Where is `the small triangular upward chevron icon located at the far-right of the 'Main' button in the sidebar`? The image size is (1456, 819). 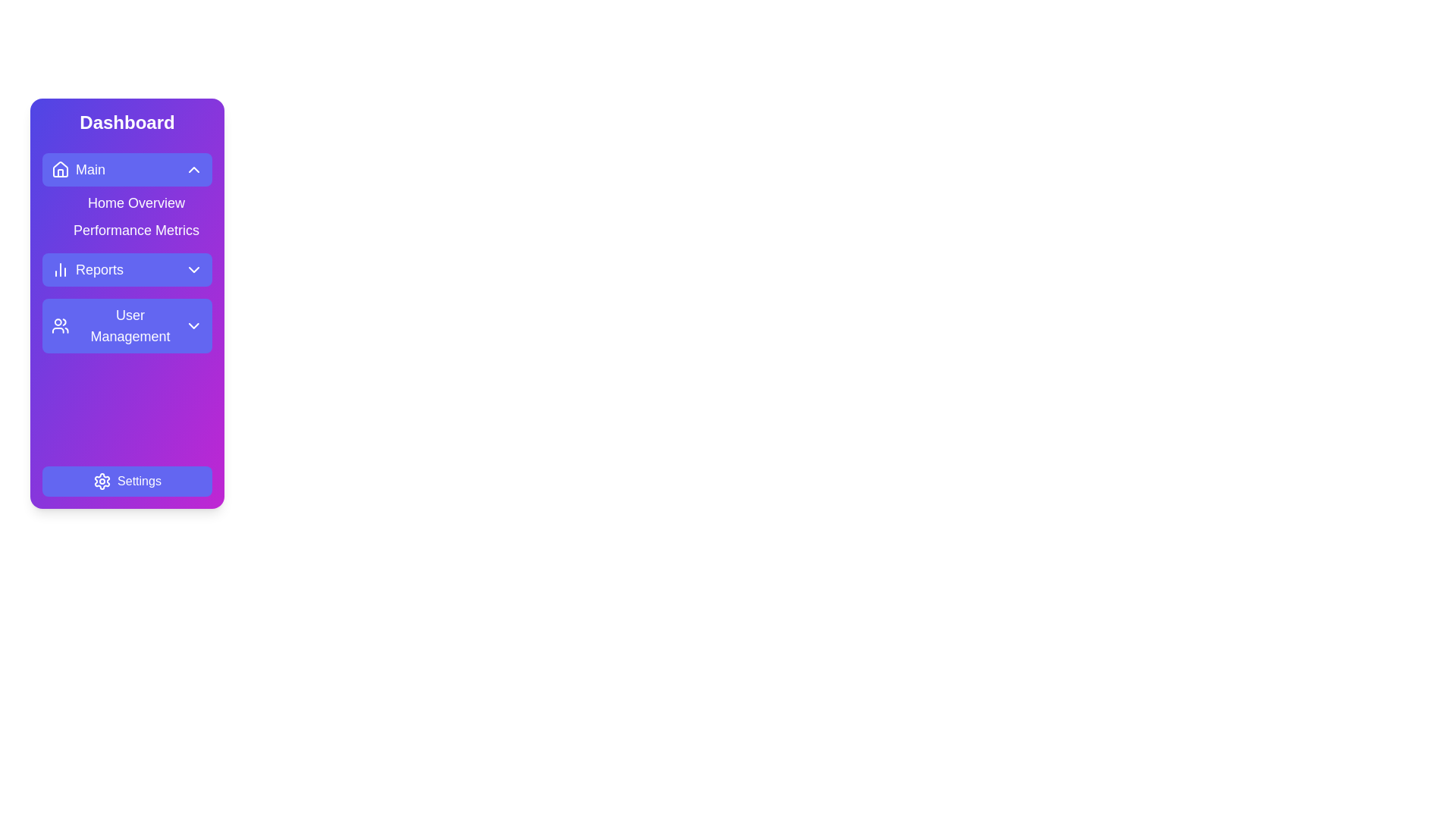
the small triangular upward chevron icon located at the far-right of the 'Main' button in the sidebar is located at coordinates (193, 169).